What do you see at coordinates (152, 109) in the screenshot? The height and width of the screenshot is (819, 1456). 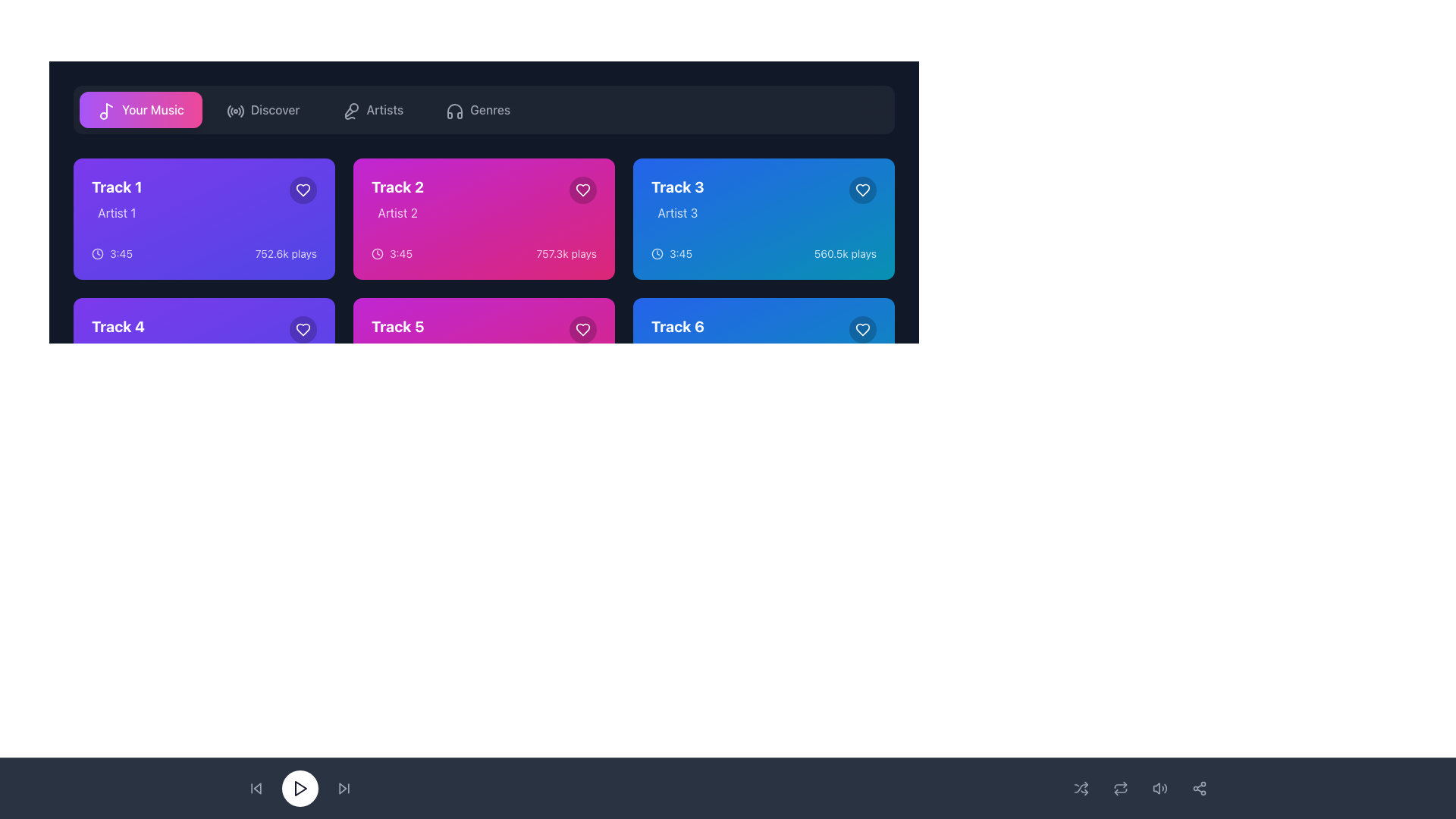 I see `the 'Your Music' text label, which is located to the right of a musical note icon, to trigger potential visual effects` at bounding box center [152, 109].